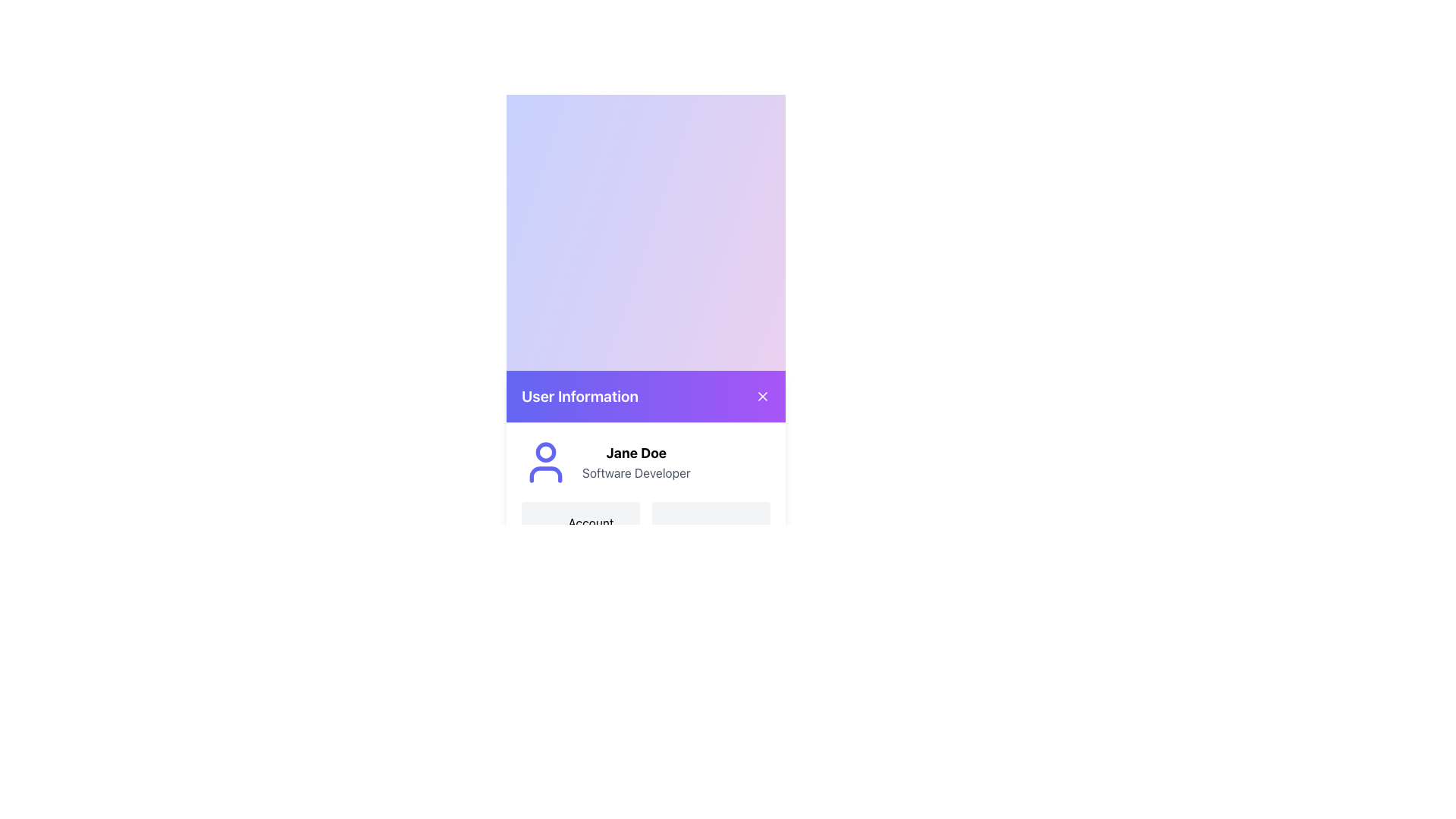 This screenshot has width=1456, height=819. What do you see at coordinates (645, 500) in the screenshot?
I see `the 'Account Settings' or 'Achievements' sub-elements within the User Information card, located below the title bar and above the 'Contact User' section` at bounding box center [645, 500].